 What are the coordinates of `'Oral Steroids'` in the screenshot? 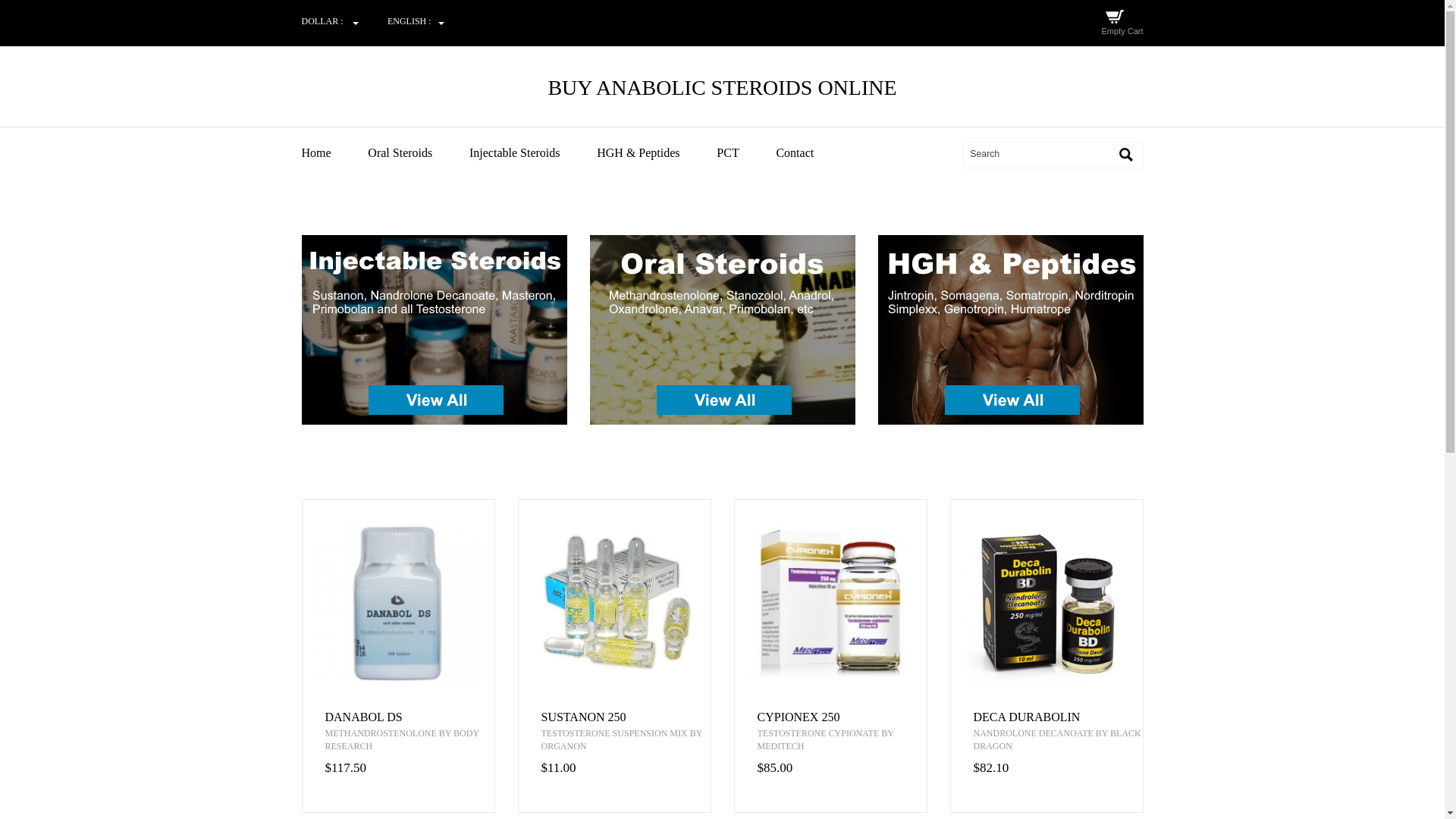 It's located at (367, 153).